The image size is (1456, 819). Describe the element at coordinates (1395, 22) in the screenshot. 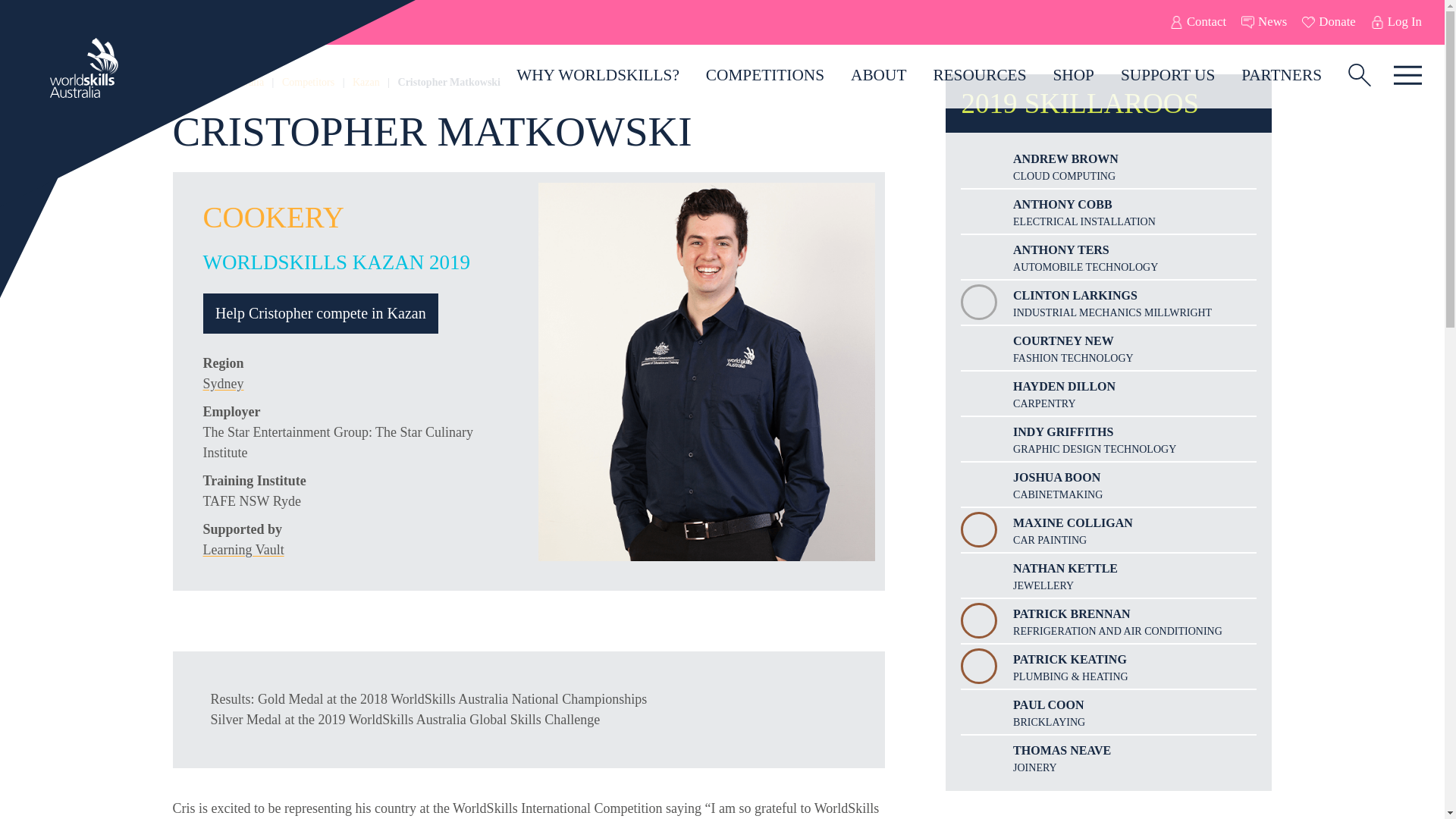

I see `'Log In'` at that location.